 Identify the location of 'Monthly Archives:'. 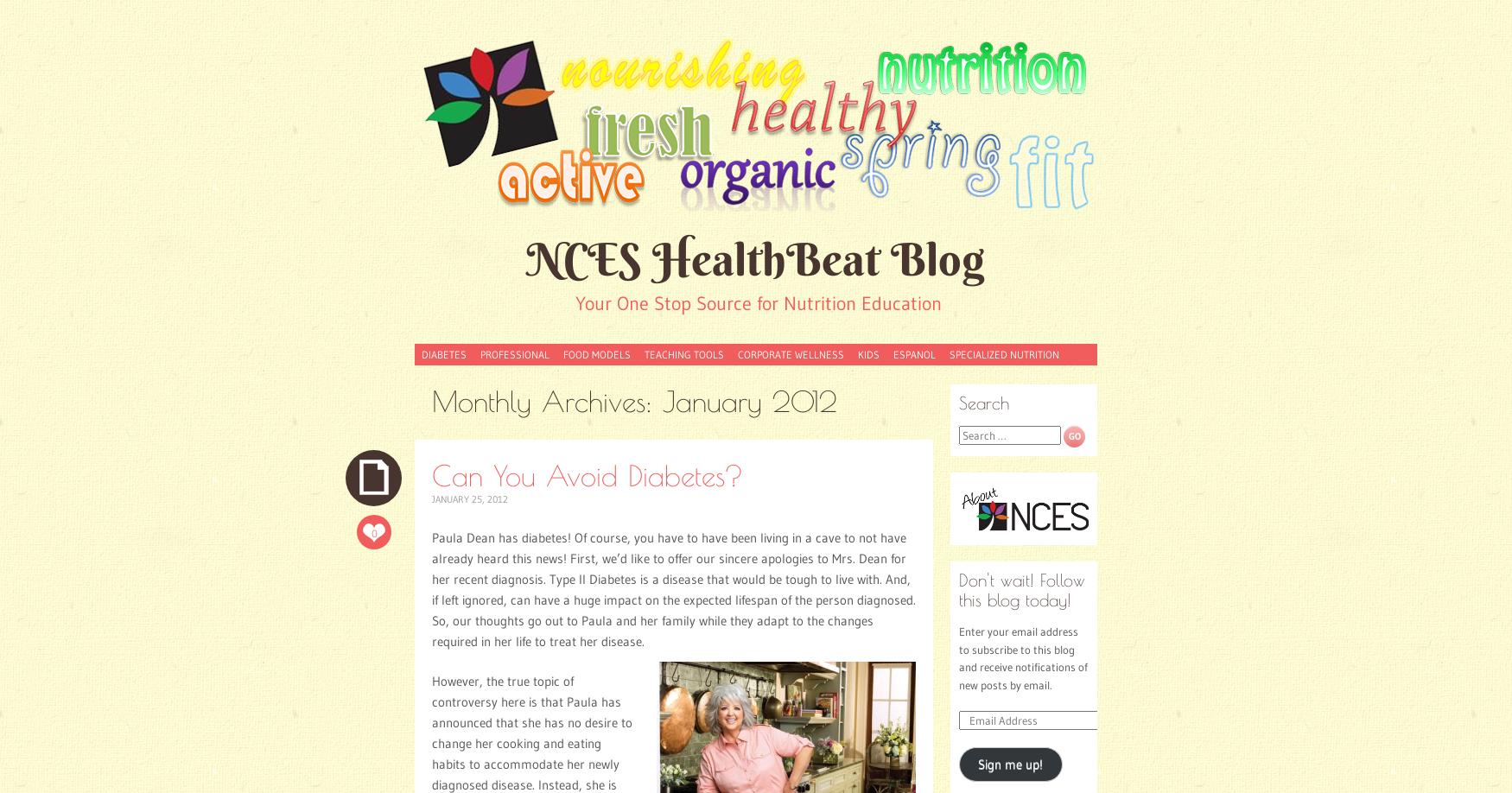
(546, 401).